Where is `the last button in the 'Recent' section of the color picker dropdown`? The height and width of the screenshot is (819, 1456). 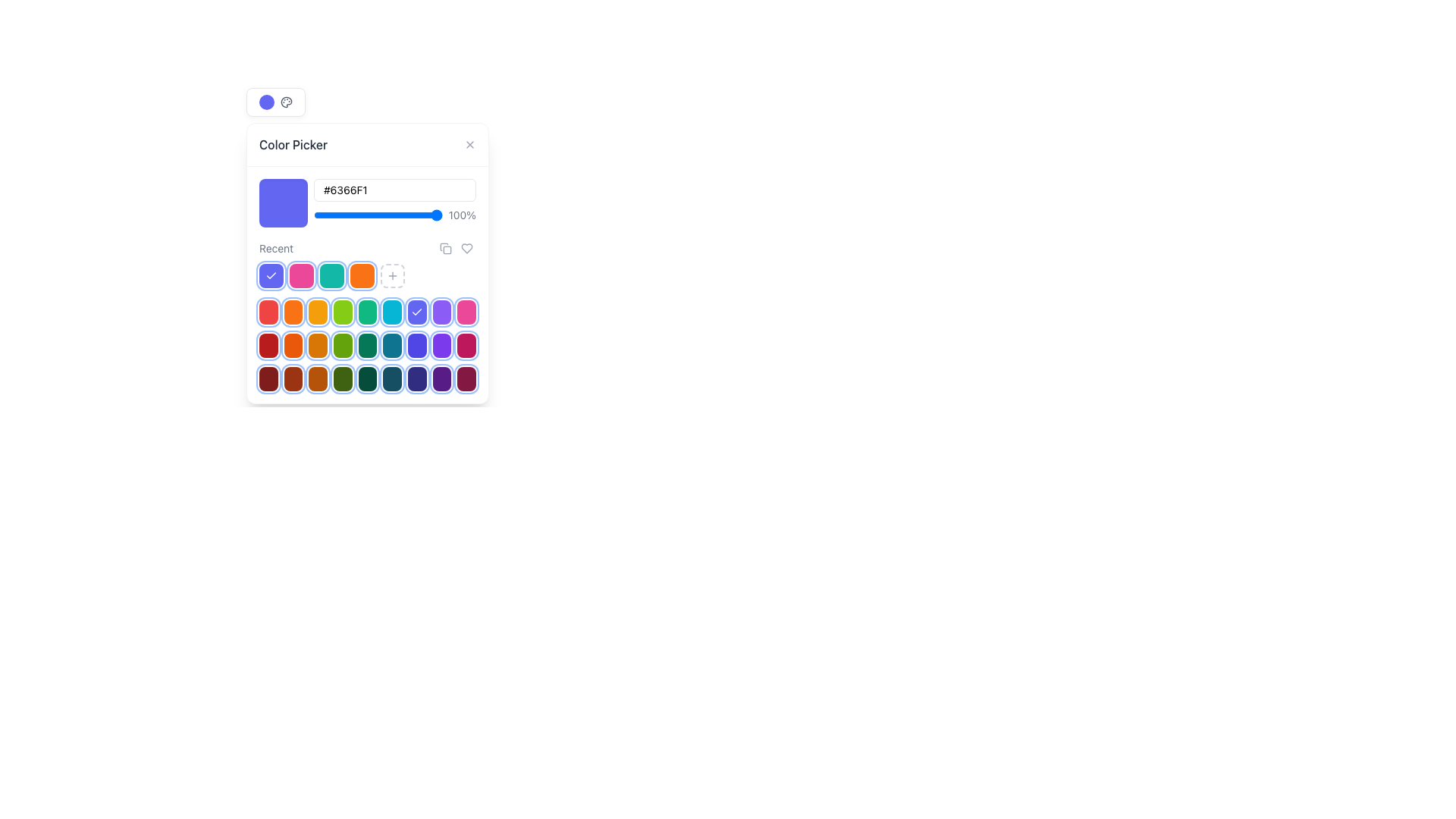
the last button in the 'Recent' section of the color picker dropdown is located at coordinates (393, 275).